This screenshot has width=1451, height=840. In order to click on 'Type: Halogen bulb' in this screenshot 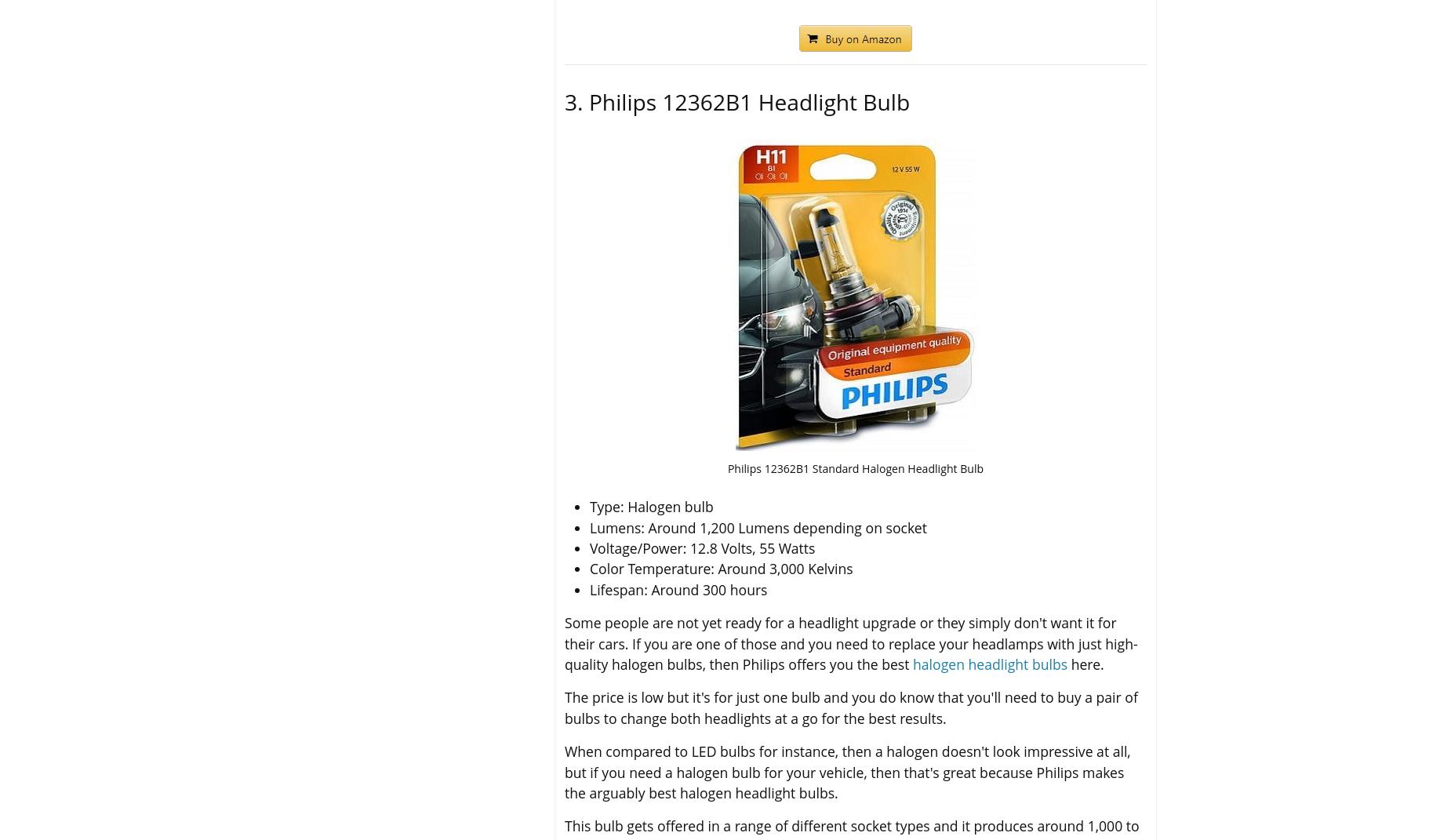, I will do `click(590, 506)`.